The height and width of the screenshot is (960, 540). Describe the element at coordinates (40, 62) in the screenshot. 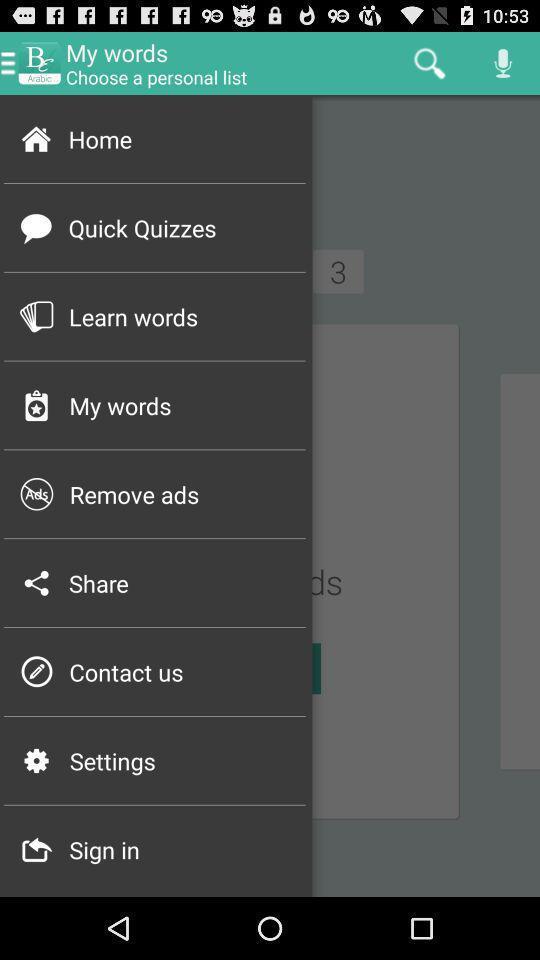

I see `move to left of mywords` at that location.